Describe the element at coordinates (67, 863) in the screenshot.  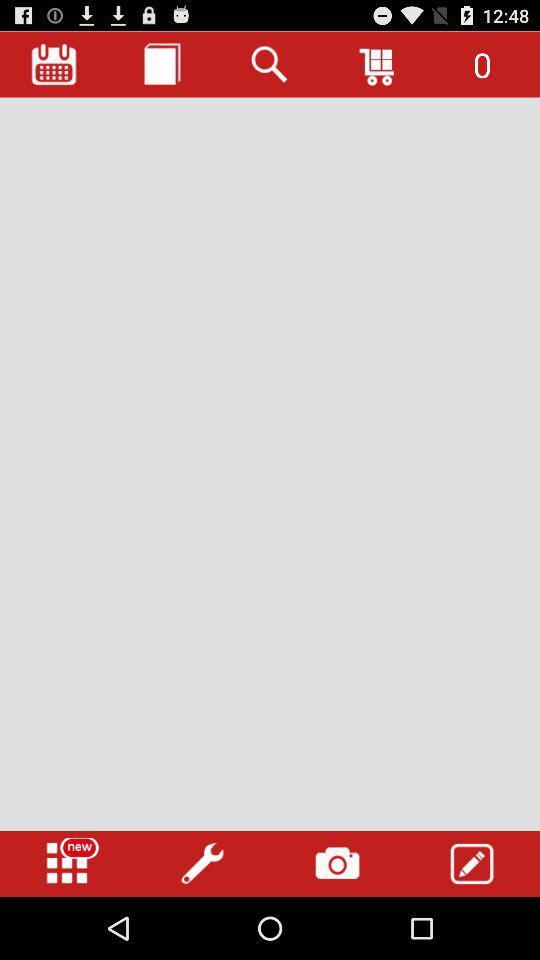
I see `menu selection` at that location.